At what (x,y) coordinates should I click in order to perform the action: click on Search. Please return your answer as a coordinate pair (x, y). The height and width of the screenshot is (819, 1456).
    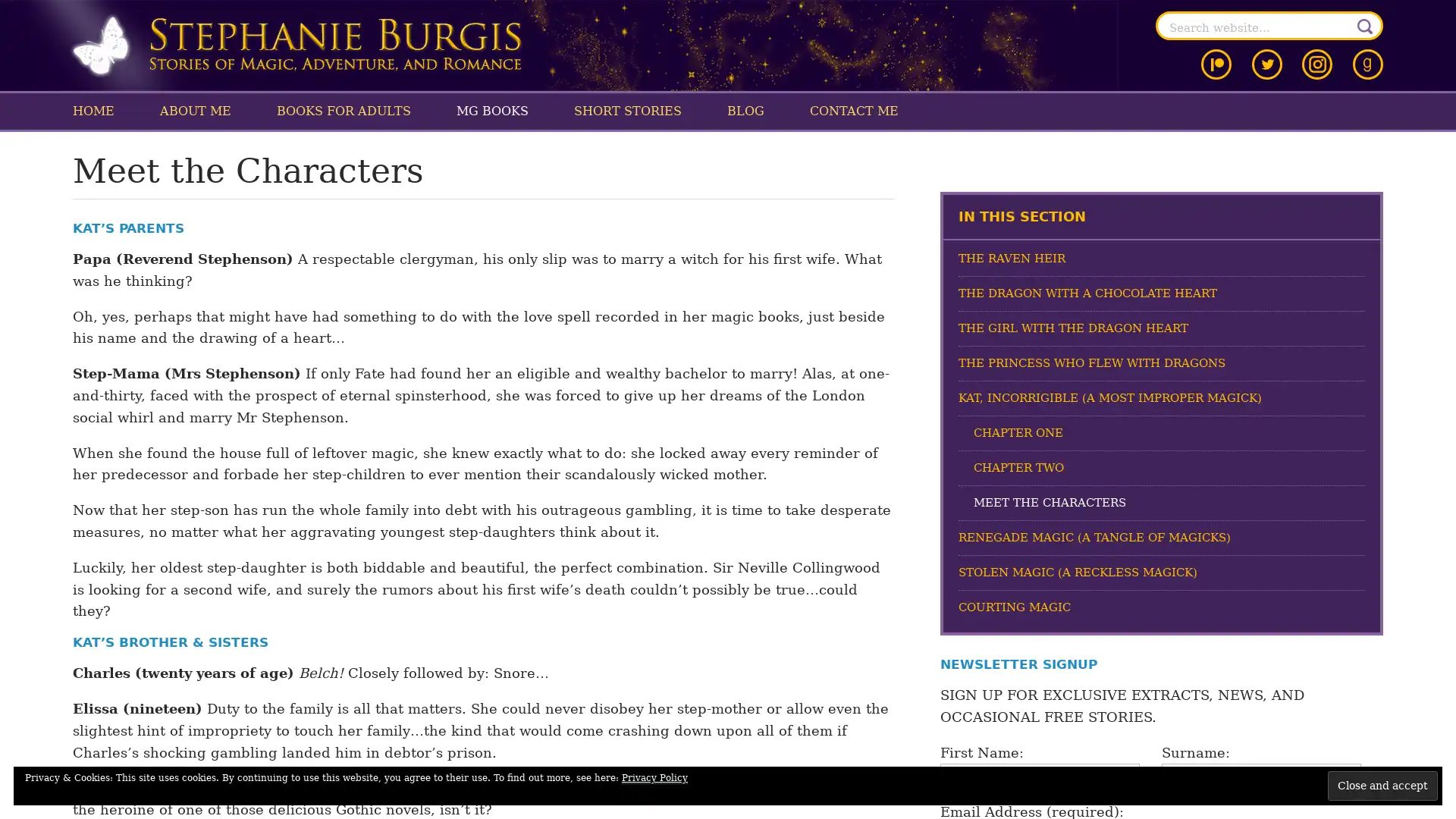
    Looking at the image, I should click on (1365, 26).